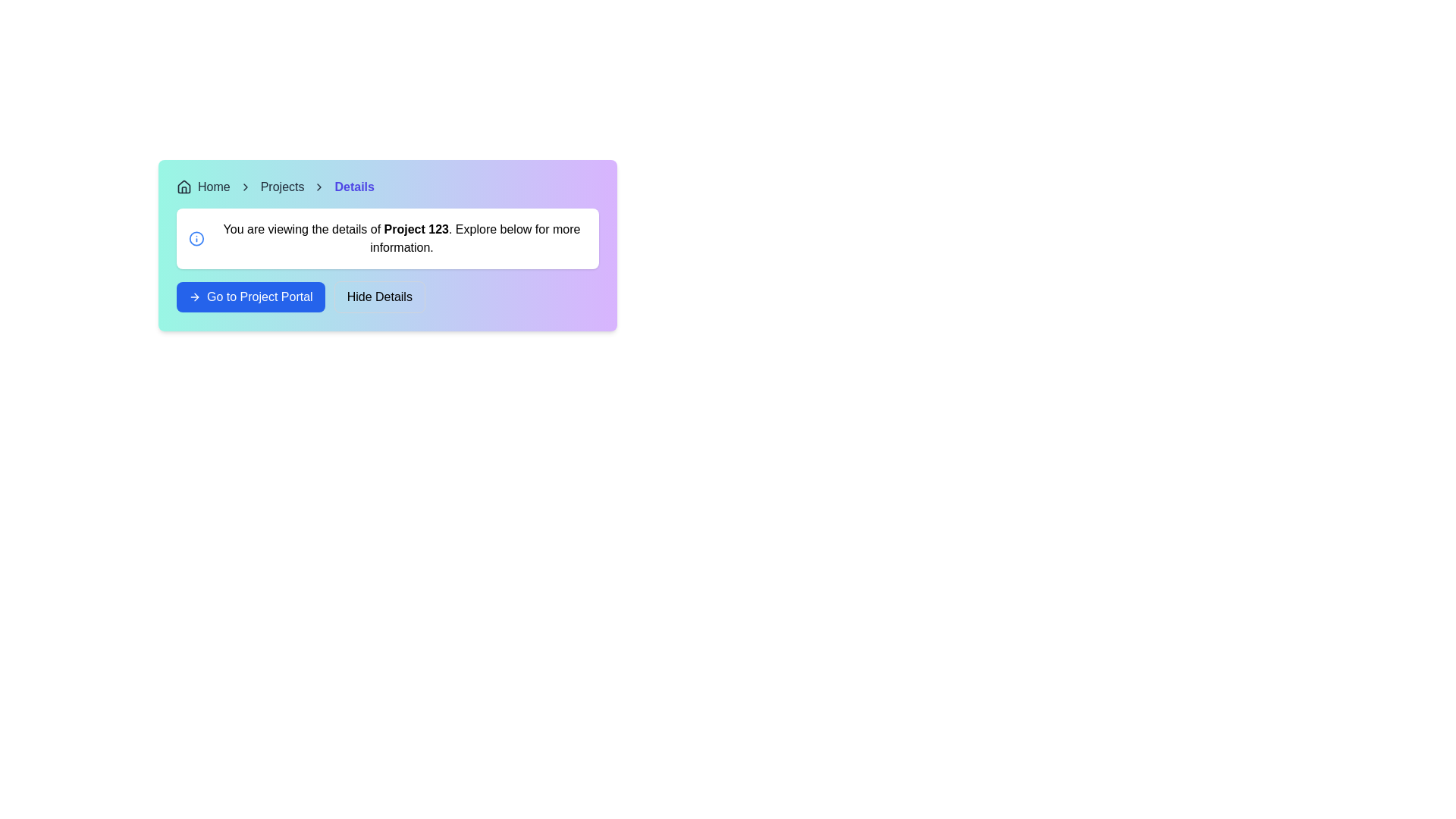  What do you see at coordinates (282, 186) in the screenshot?
I see `the second text node in the breadcrumb navigation sequence, located between 'Home' and 'Details', to indicate the current page` at bounding box center [282, 186].